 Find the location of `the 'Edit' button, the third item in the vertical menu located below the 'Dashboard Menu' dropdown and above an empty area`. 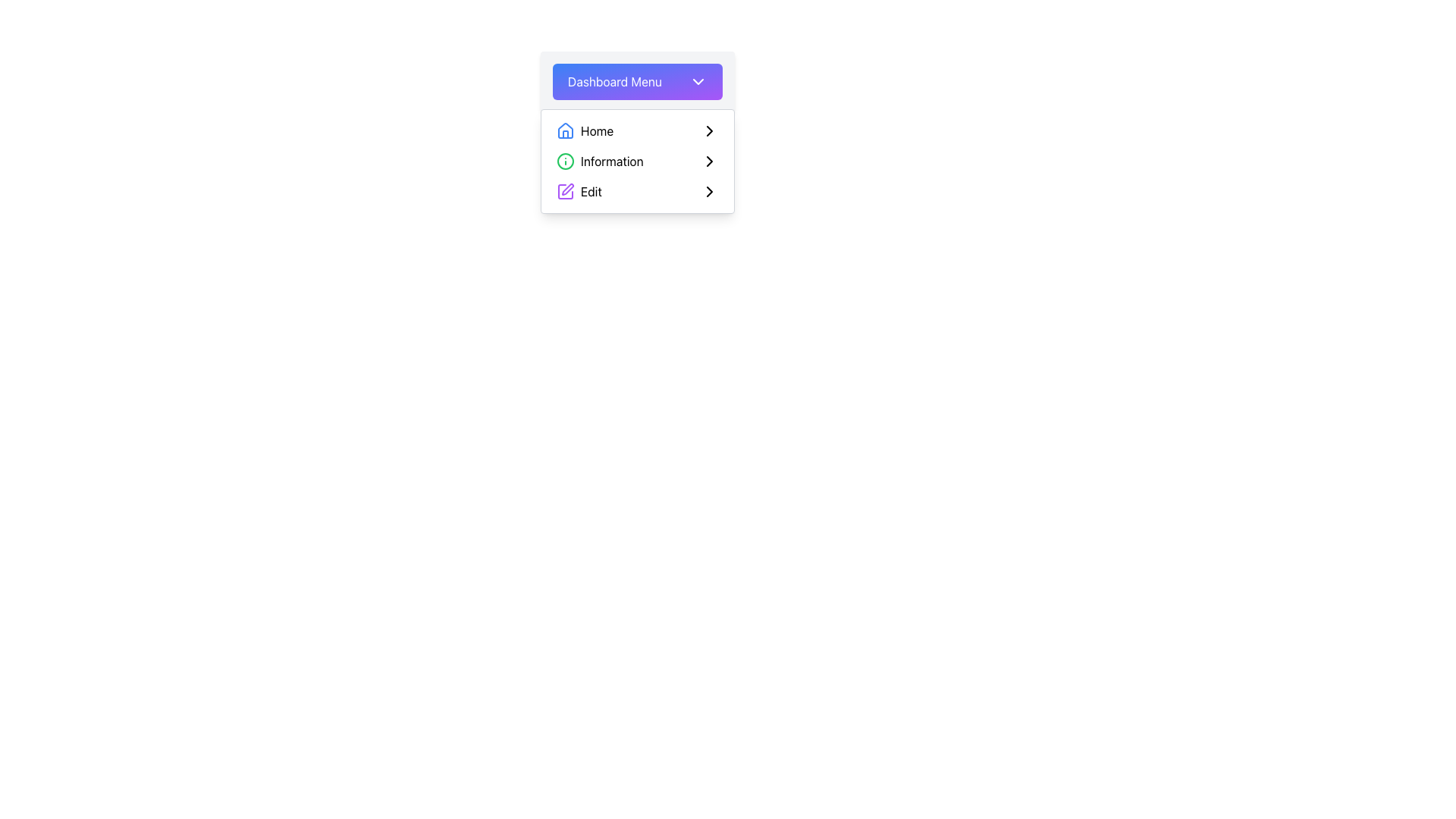

the 'Edit' button, the third item in the vertical menu located below the 'Dashboard Menu' dropdown and above an empty area is located at coordinates (578, 191).